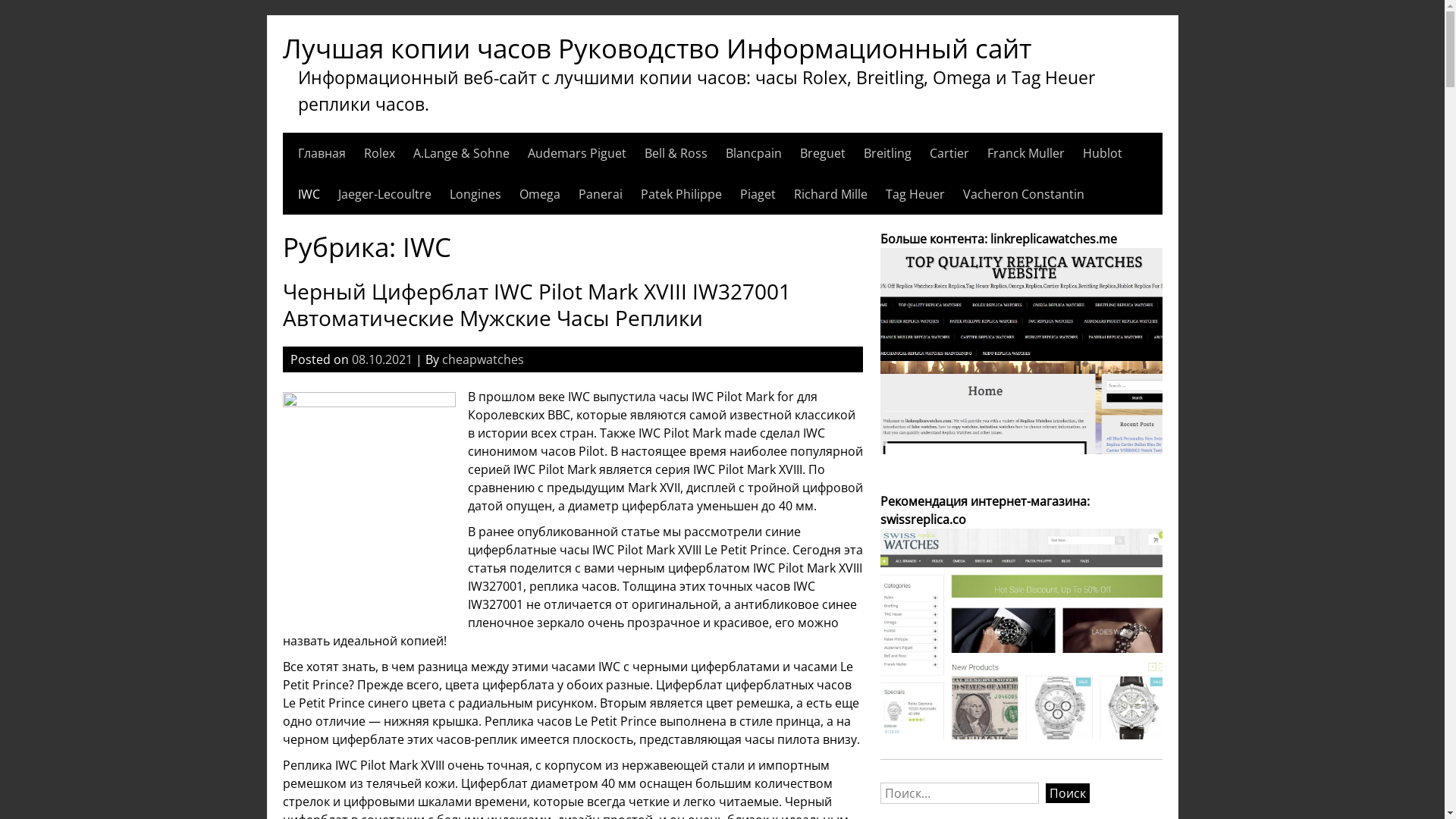 The height and width of the screenshot is (819, 1456). What do you see at coordinates (799, 152) in the screenshot?
I see `'Breguet'` at bounding box center [799, 152].